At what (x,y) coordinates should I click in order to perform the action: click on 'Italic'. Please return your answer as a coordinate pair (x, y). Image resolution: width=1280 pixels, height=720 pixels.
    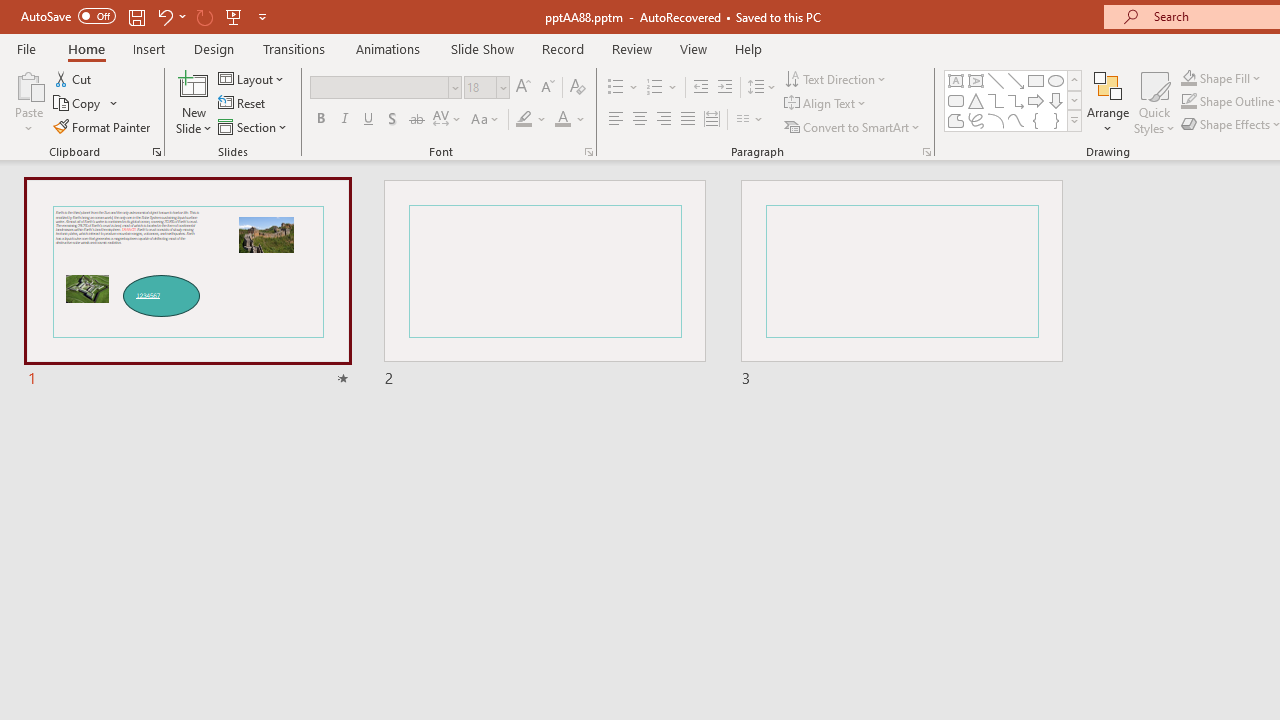
    Looking at the image, I should click on (344, 119).